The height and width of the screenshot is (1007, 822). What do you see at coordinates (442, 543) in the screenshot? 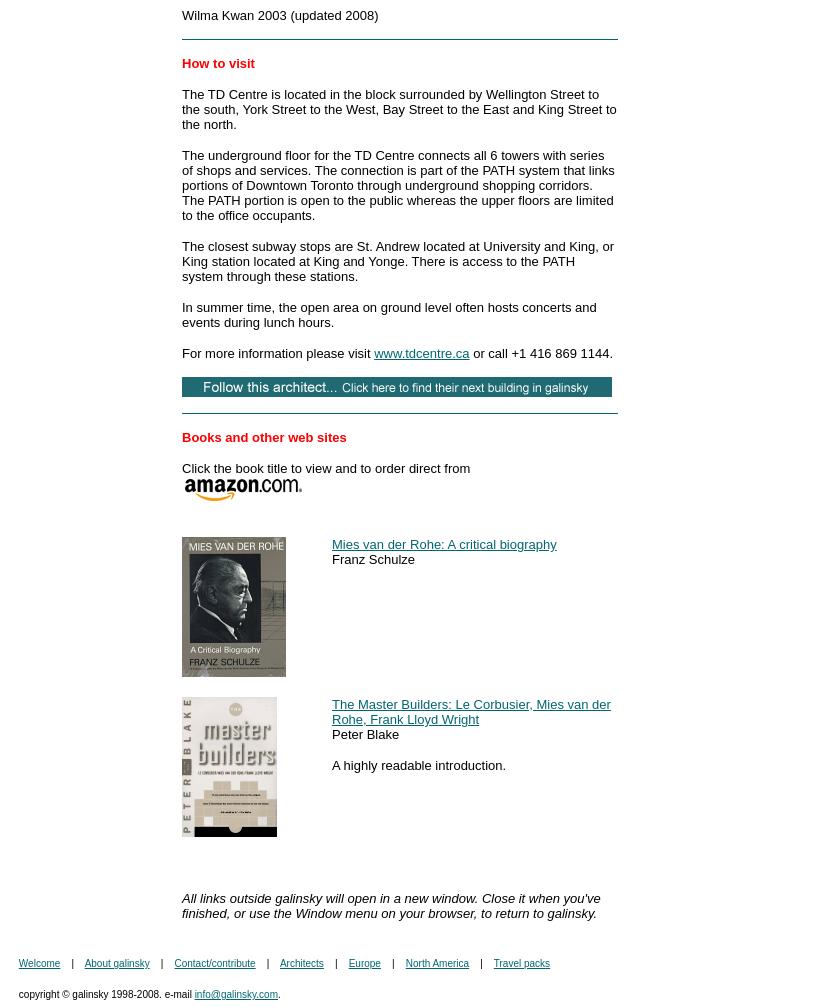
I see `'Mies van der Rohe: A
    critical biography'` at bounding box center [442, 543].